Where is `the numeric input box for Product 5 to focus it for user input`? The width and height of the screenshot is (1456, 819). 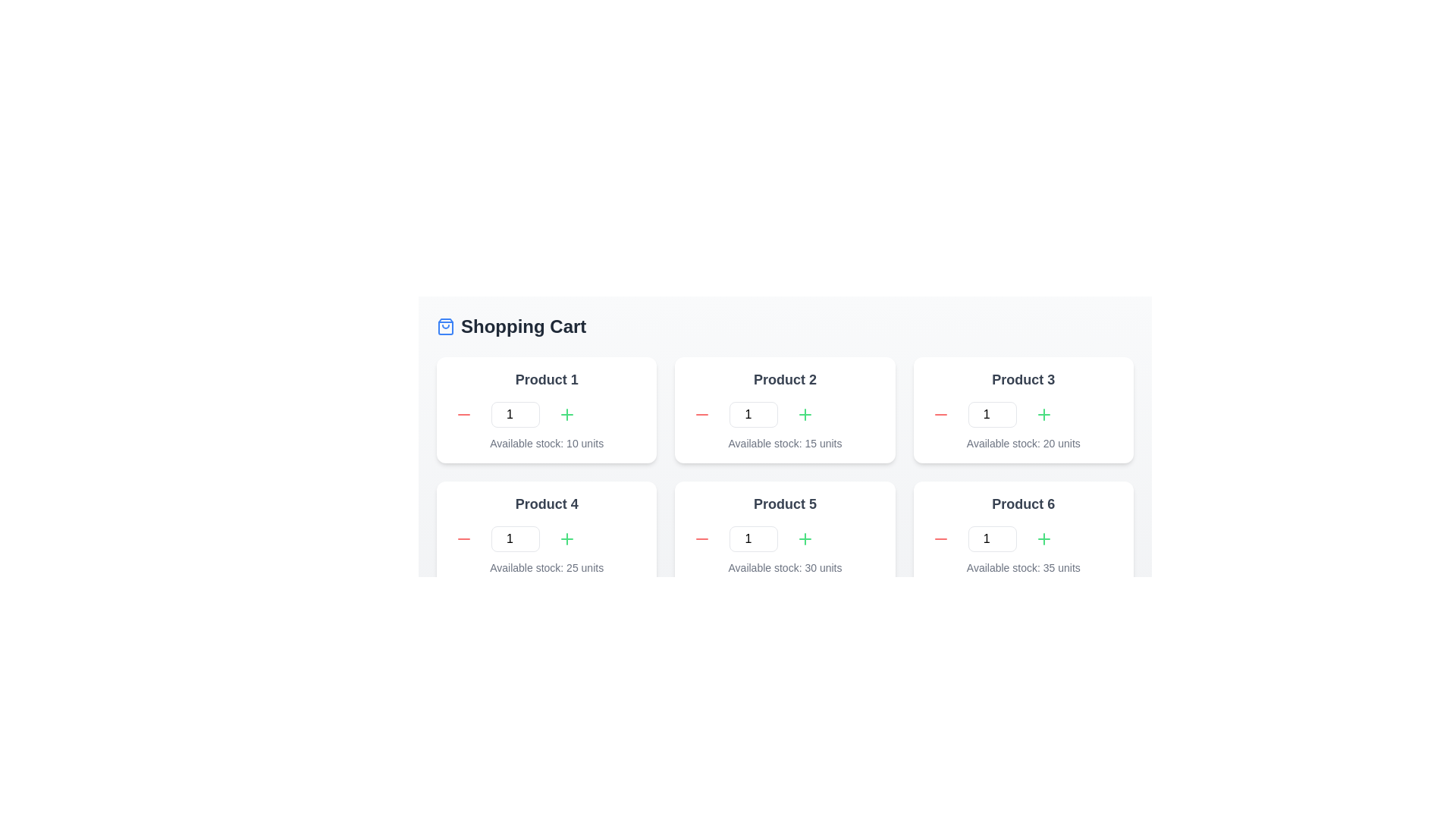
the numeric input box for Product 5 to focus it for user input is located at coordinates (754, 538).